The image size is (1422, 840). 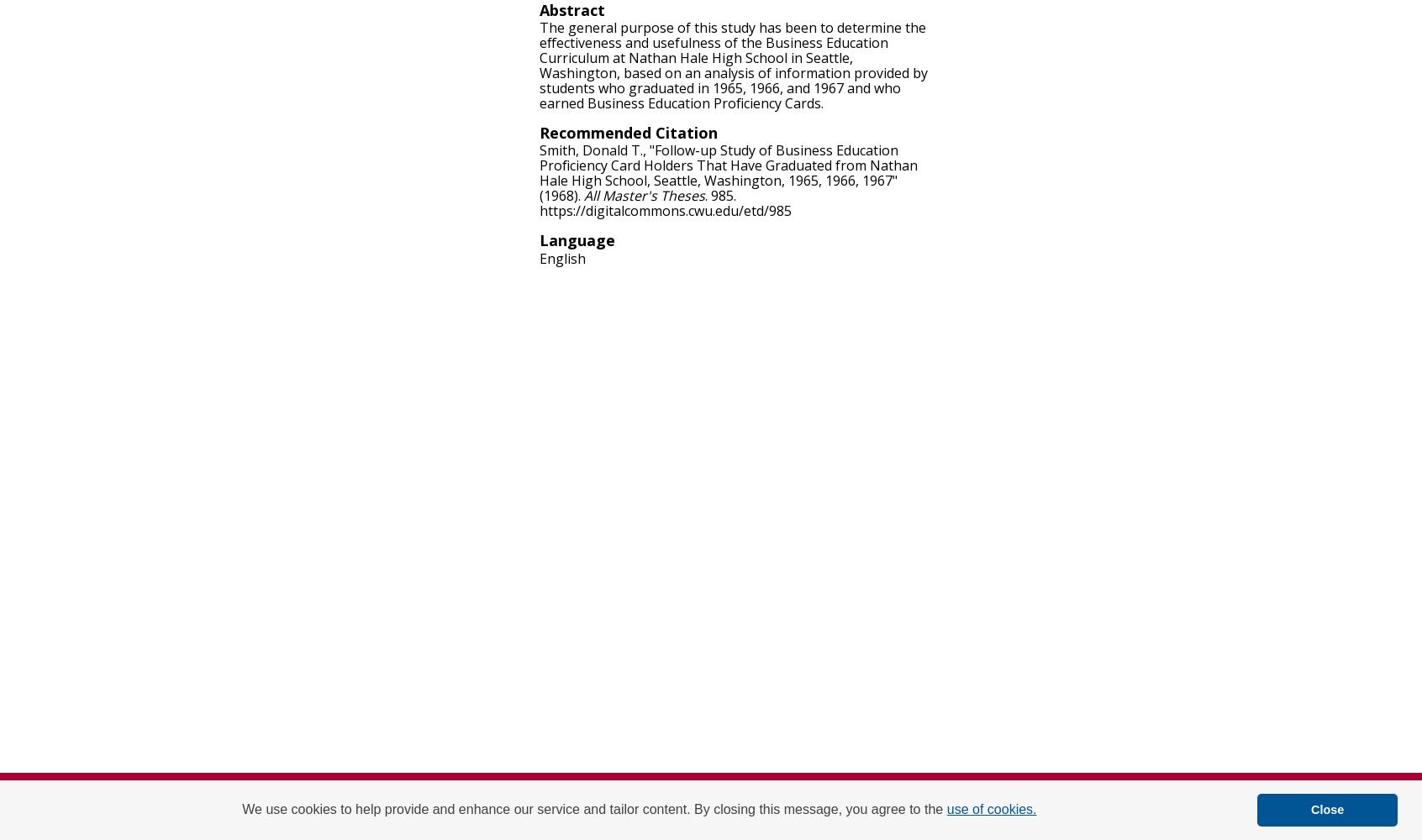 What do you see at coordinates (572, 10) in the screenshot?
I see `'Abstract'` at bounding box center [572, 10].